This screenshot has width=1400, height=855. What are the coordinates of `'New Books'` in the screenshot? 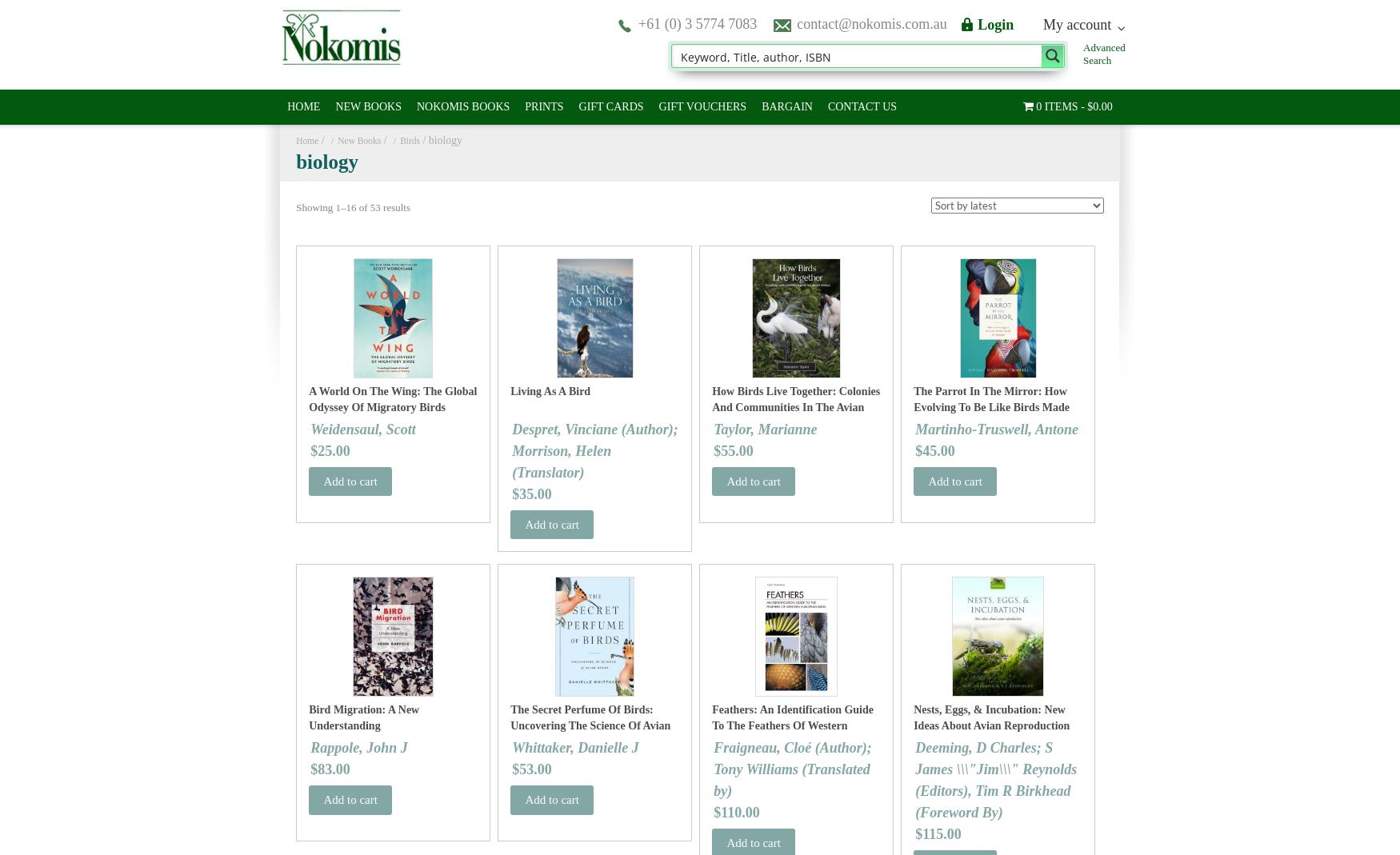 It's located at (336, 140).